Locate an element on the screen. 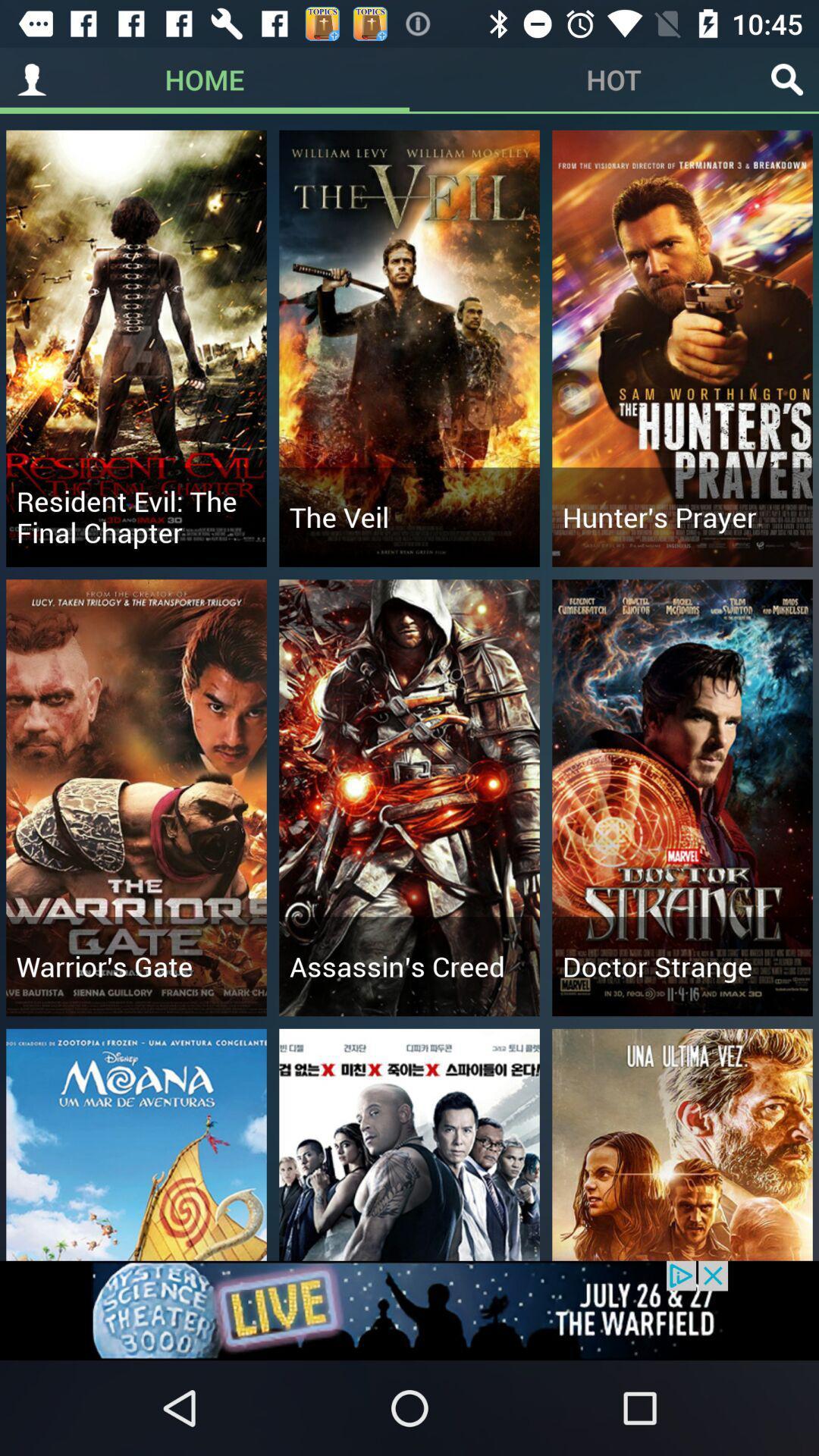 The height and width of the screenshot is (1456, 819). search is located at coordinates (786, 79).